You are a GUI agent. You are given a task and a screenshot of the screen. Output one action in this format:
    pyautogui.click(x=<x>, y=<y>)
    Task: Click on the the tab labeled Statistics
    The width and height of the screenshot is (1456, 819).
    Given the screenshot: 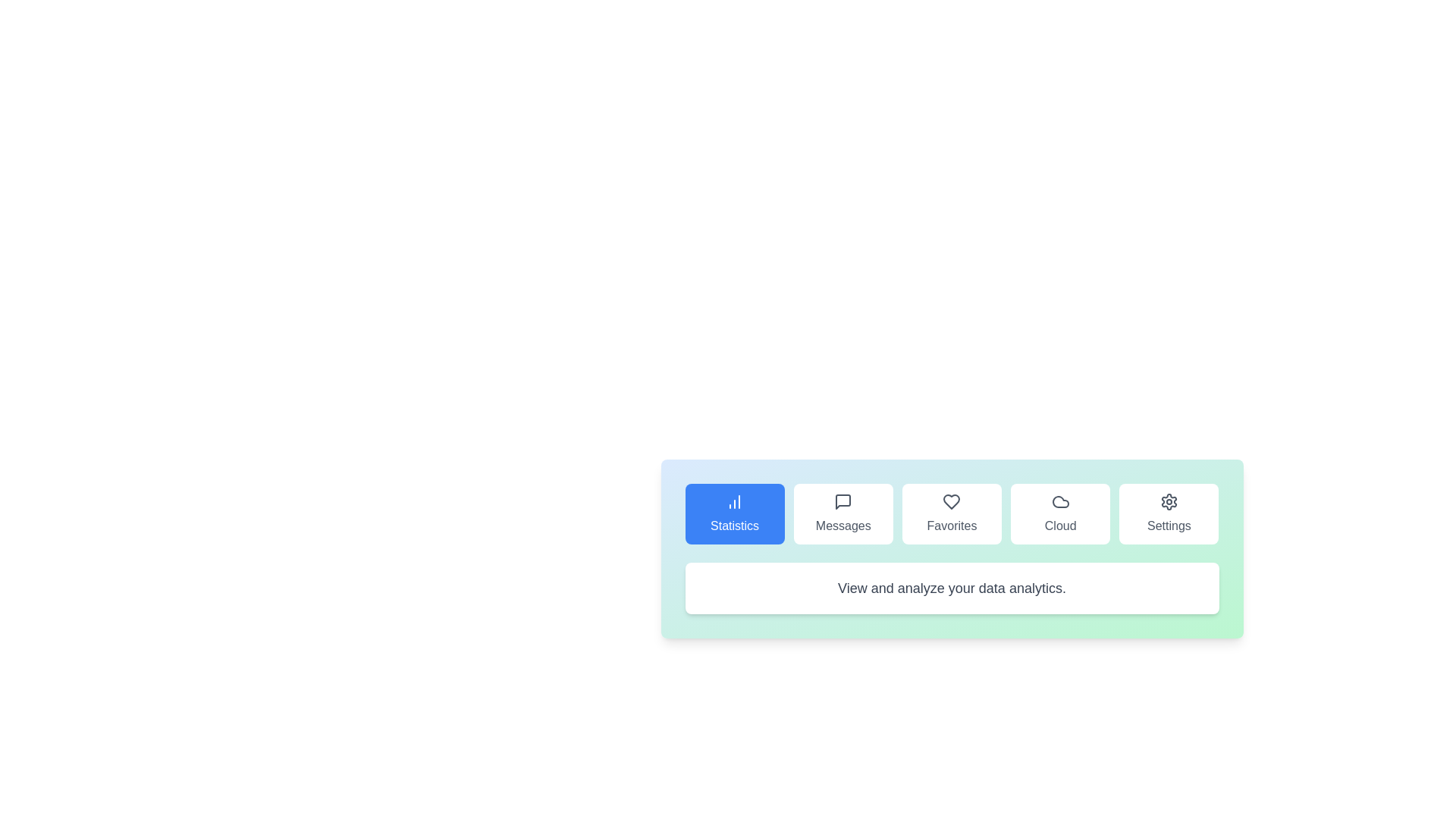 What is the action you would take?
    pyautogui.click(x=735, y=513)
    